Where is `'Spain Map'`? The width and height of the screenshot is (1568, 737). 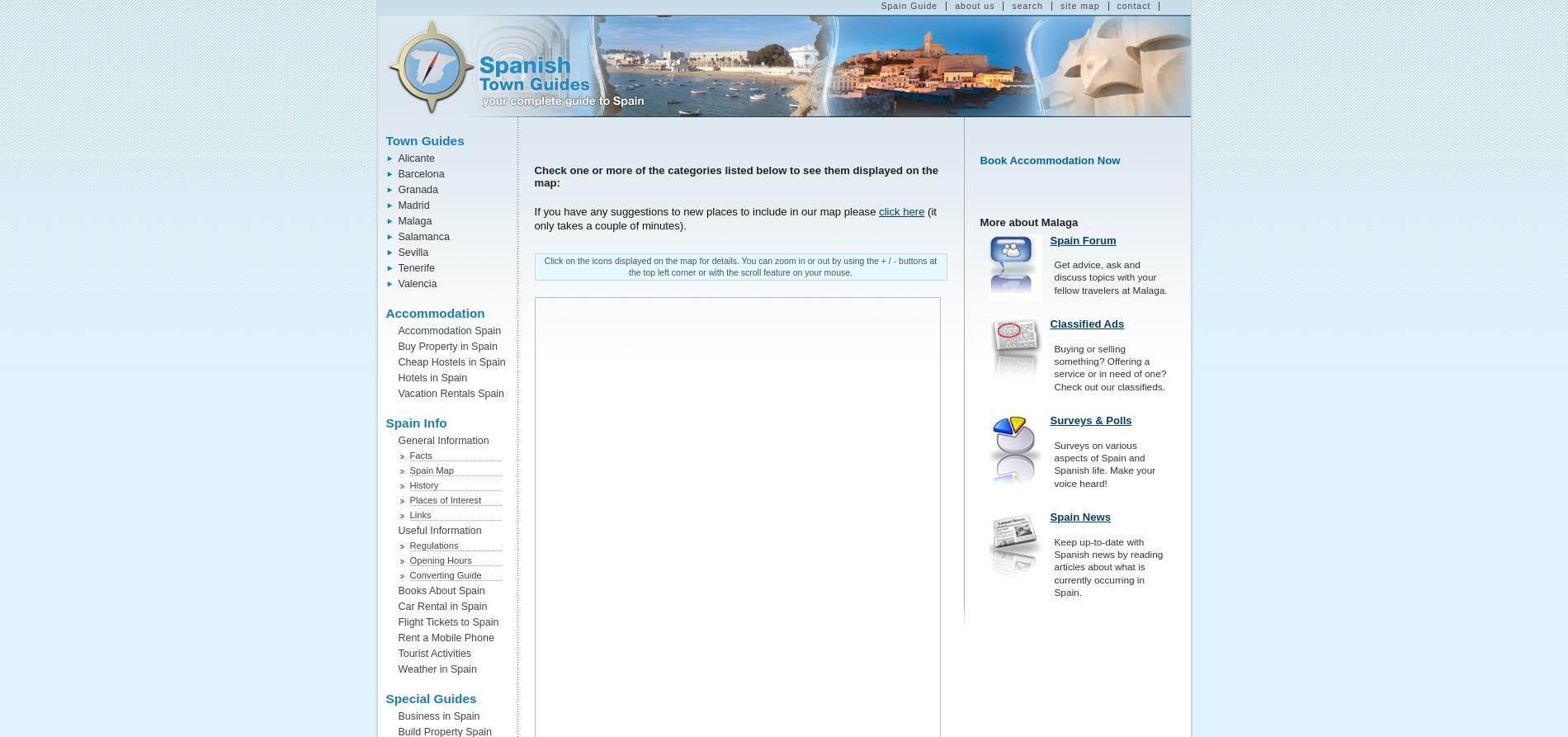
'Spain Map' is located at coordinates (409, 470).